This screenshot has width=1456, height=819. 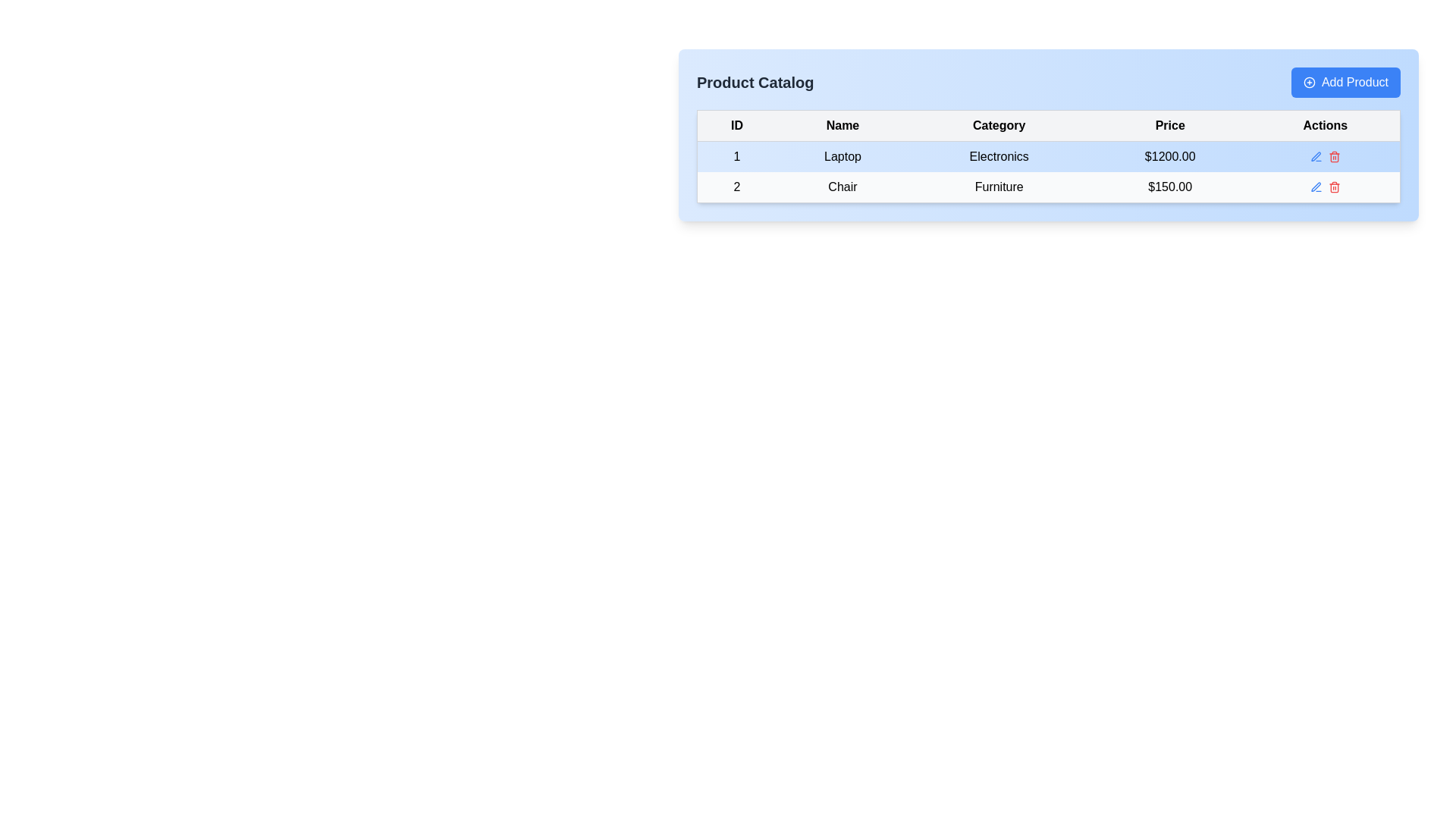 I want to click on the second row of the 'Product Catalog' table, so click(x=1047, y=186).